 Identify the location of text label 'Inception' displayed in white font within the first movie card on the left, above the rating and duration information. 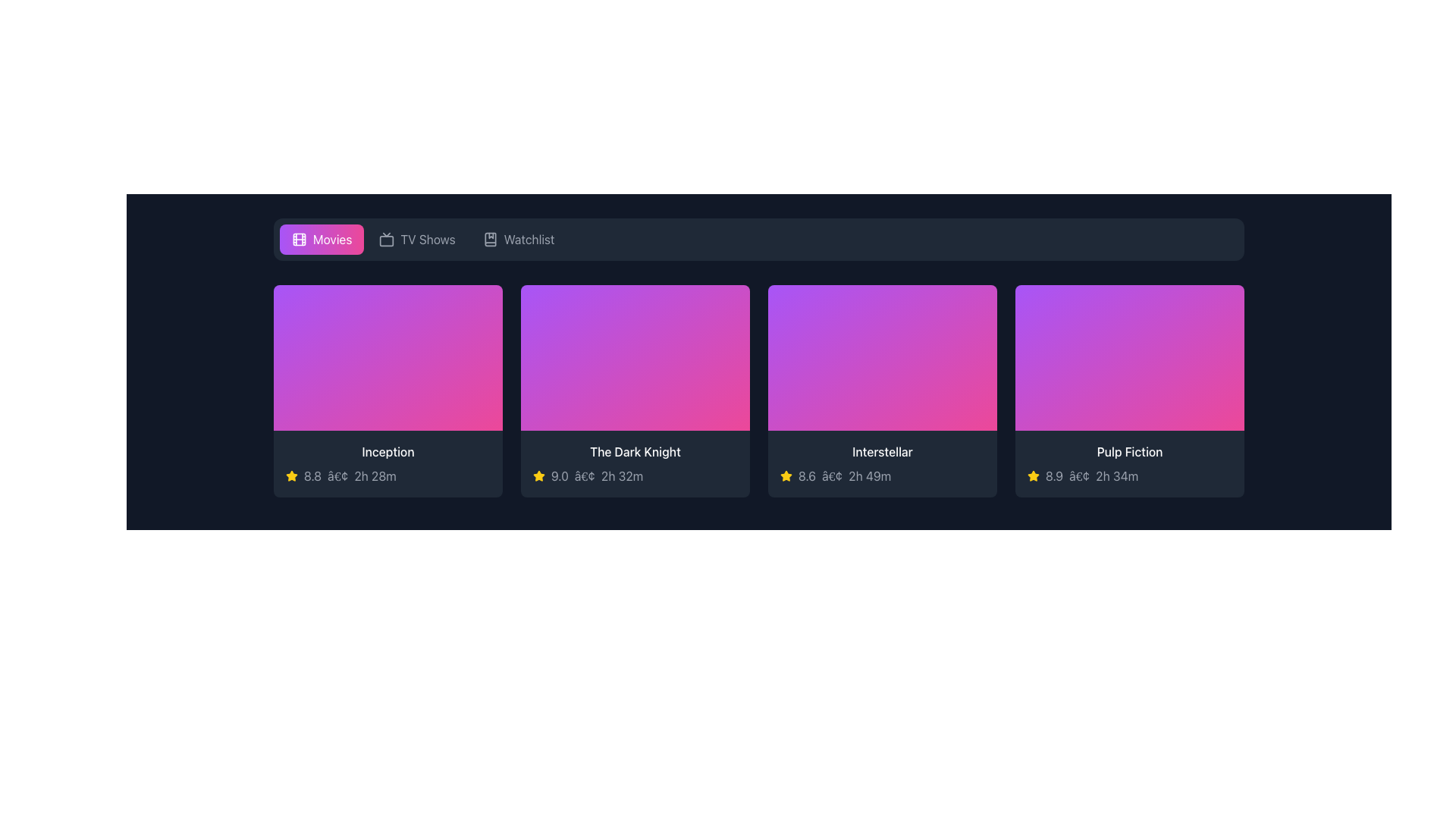
(388, 451).